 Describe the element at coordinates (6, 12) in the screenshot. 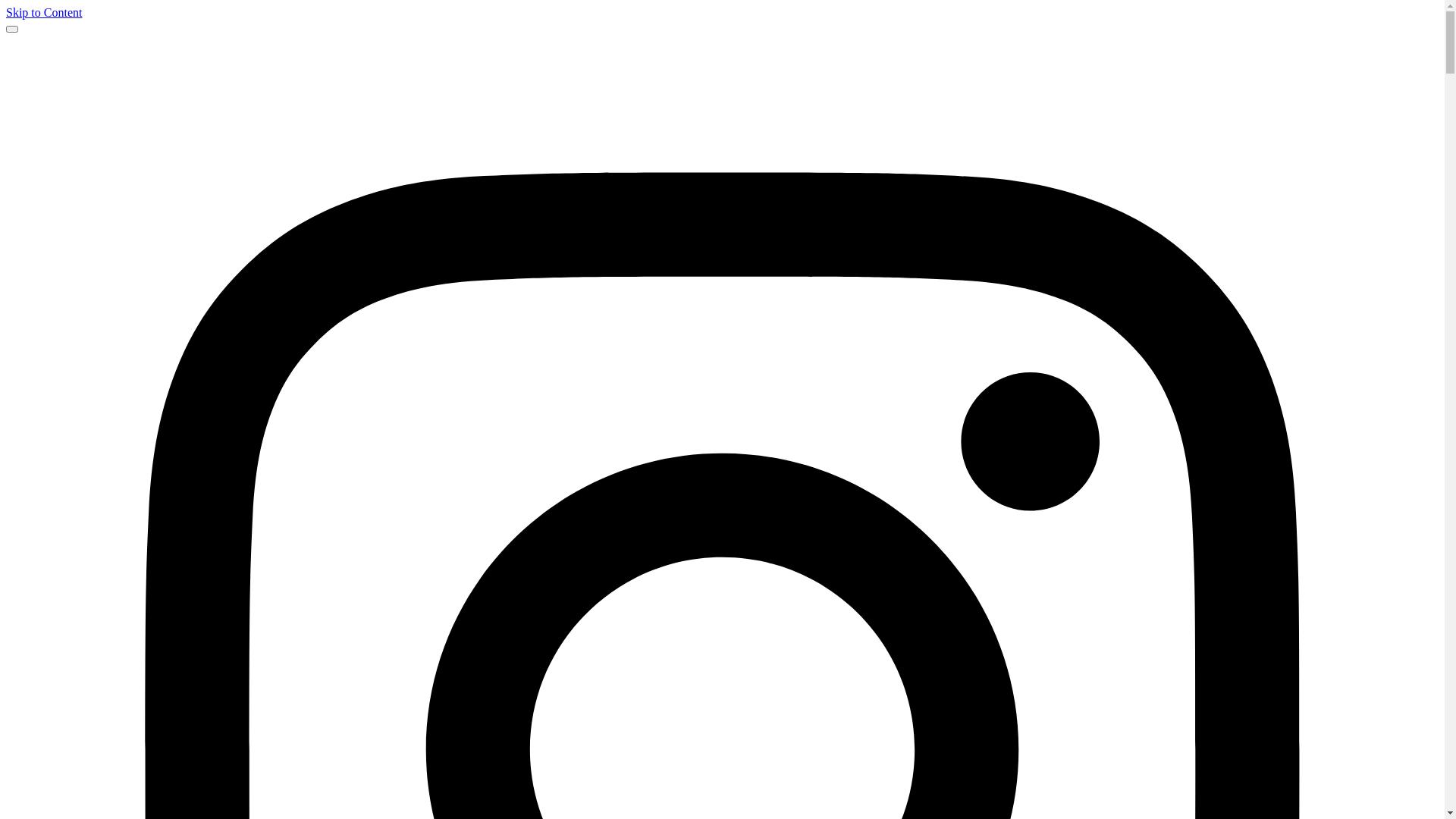

I see `'Skip to Content'` at that location.